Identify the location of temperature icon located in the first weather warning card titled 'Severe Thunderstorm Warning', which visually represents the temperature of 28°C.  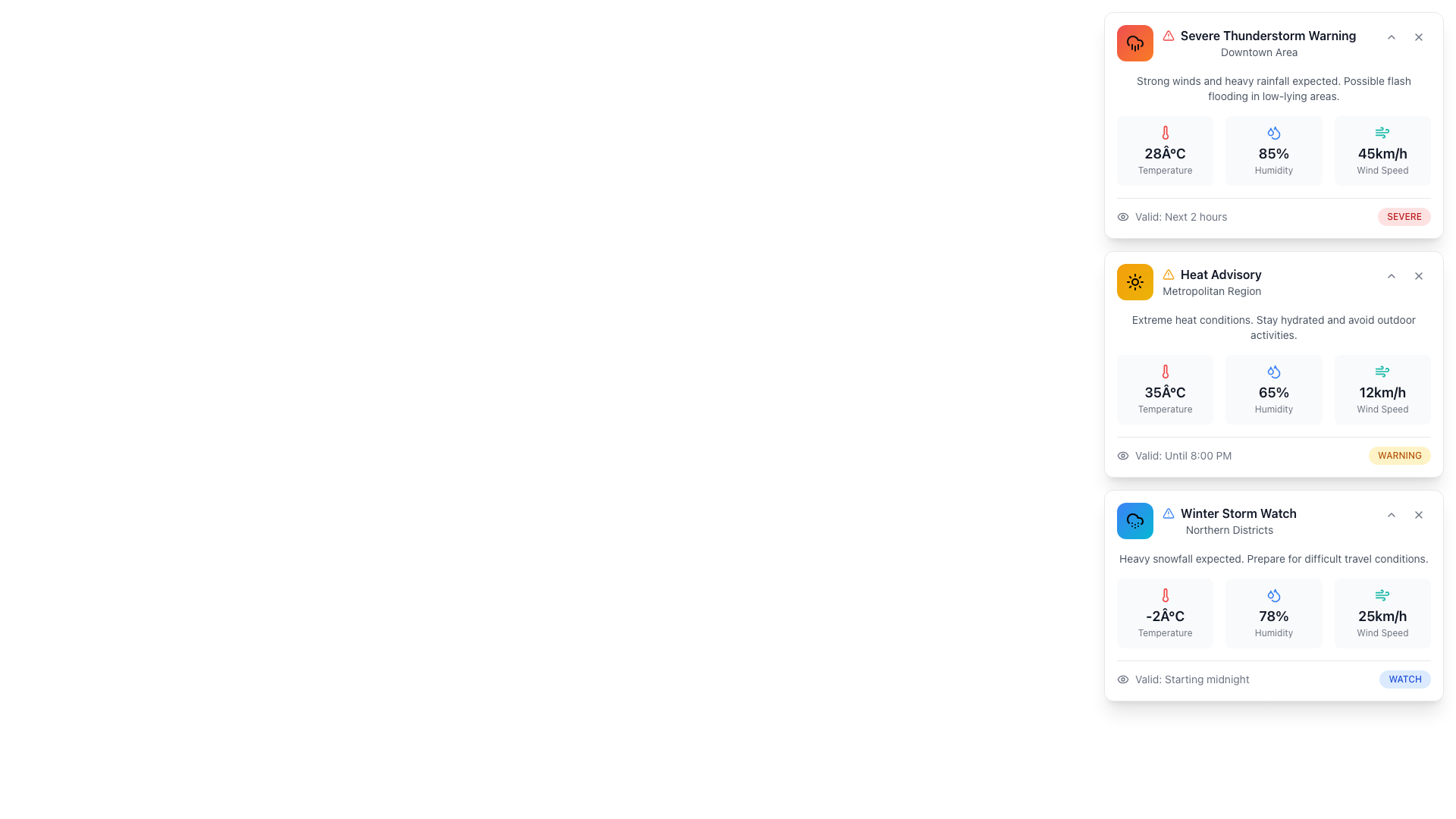
(1164, 131).